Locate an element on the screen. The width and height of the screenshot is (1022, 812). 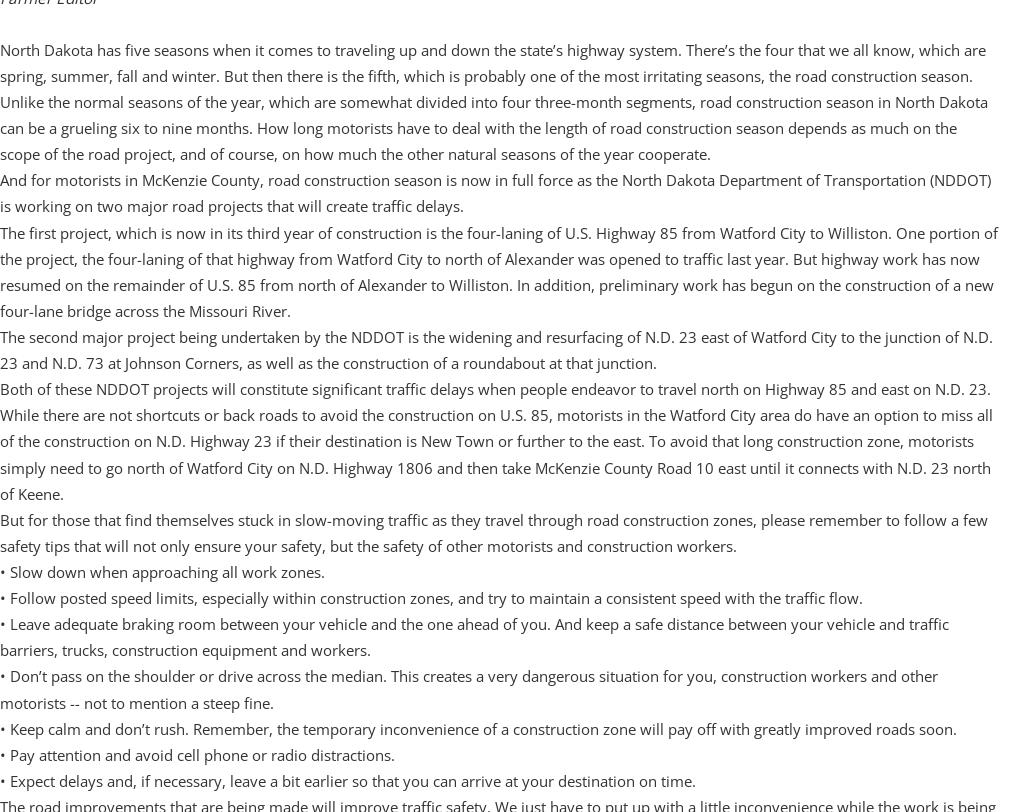
'Register Now' is located at coordinates (126, 608).